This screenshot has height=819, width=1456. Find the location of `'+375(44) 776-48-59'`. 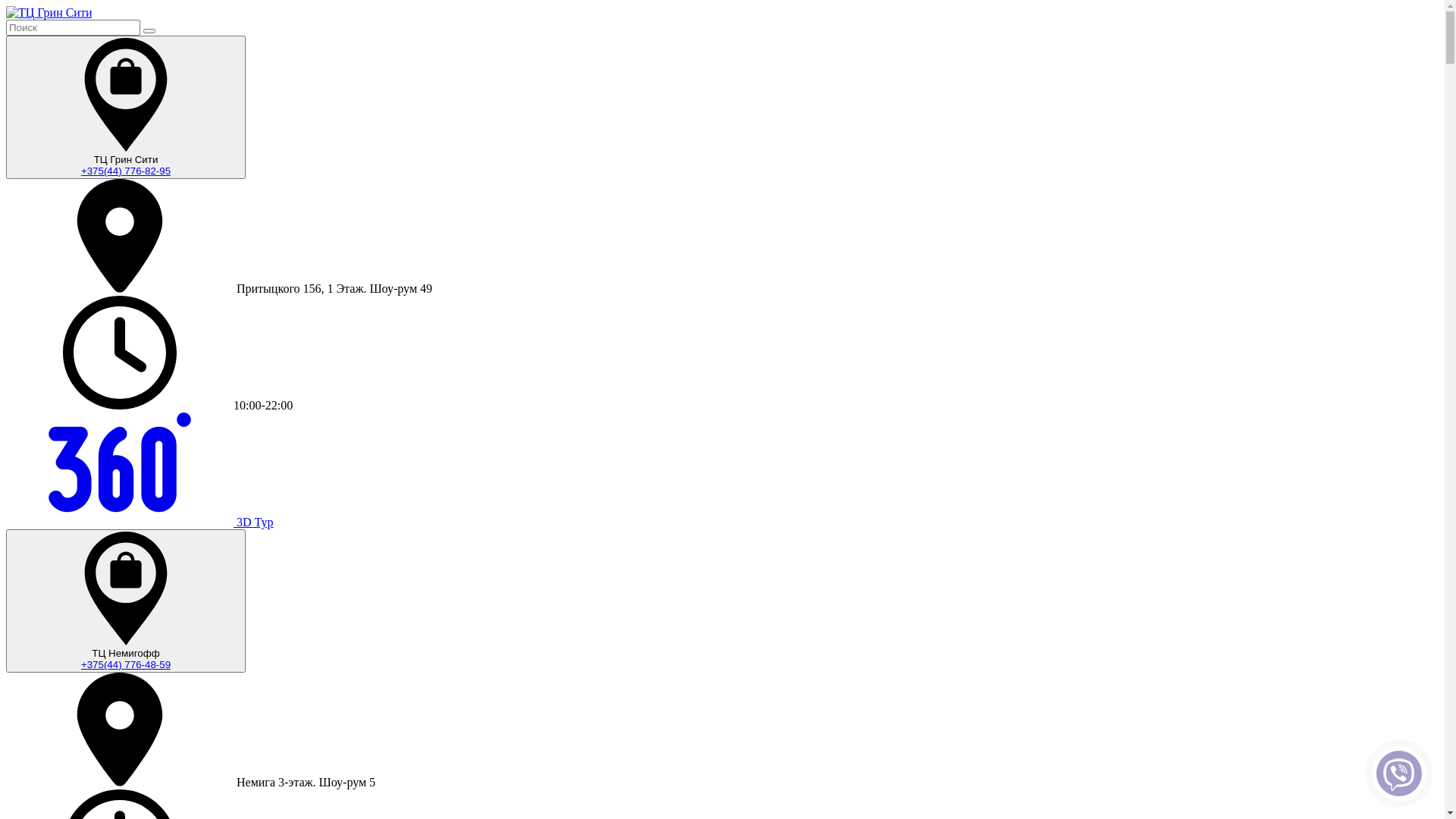

'+375(44) 776-48-59' is located at coordinates (126, 664).